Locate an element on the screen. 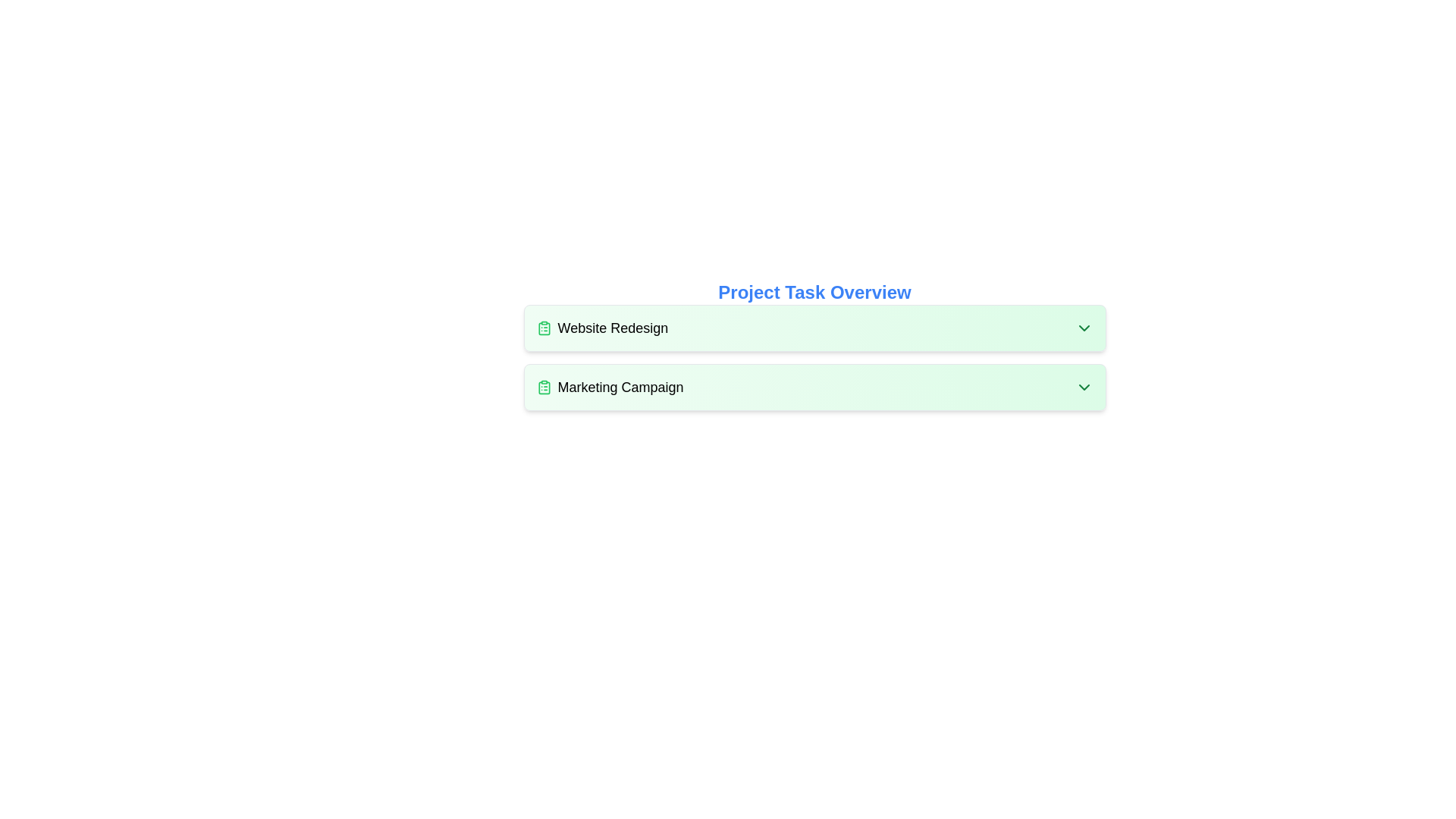  text label that provides descriptive information for a task or project item, specifically the label for 'Website Redesign' located above the 'Marketing Campaign' label is located at coordinates (613, 327).